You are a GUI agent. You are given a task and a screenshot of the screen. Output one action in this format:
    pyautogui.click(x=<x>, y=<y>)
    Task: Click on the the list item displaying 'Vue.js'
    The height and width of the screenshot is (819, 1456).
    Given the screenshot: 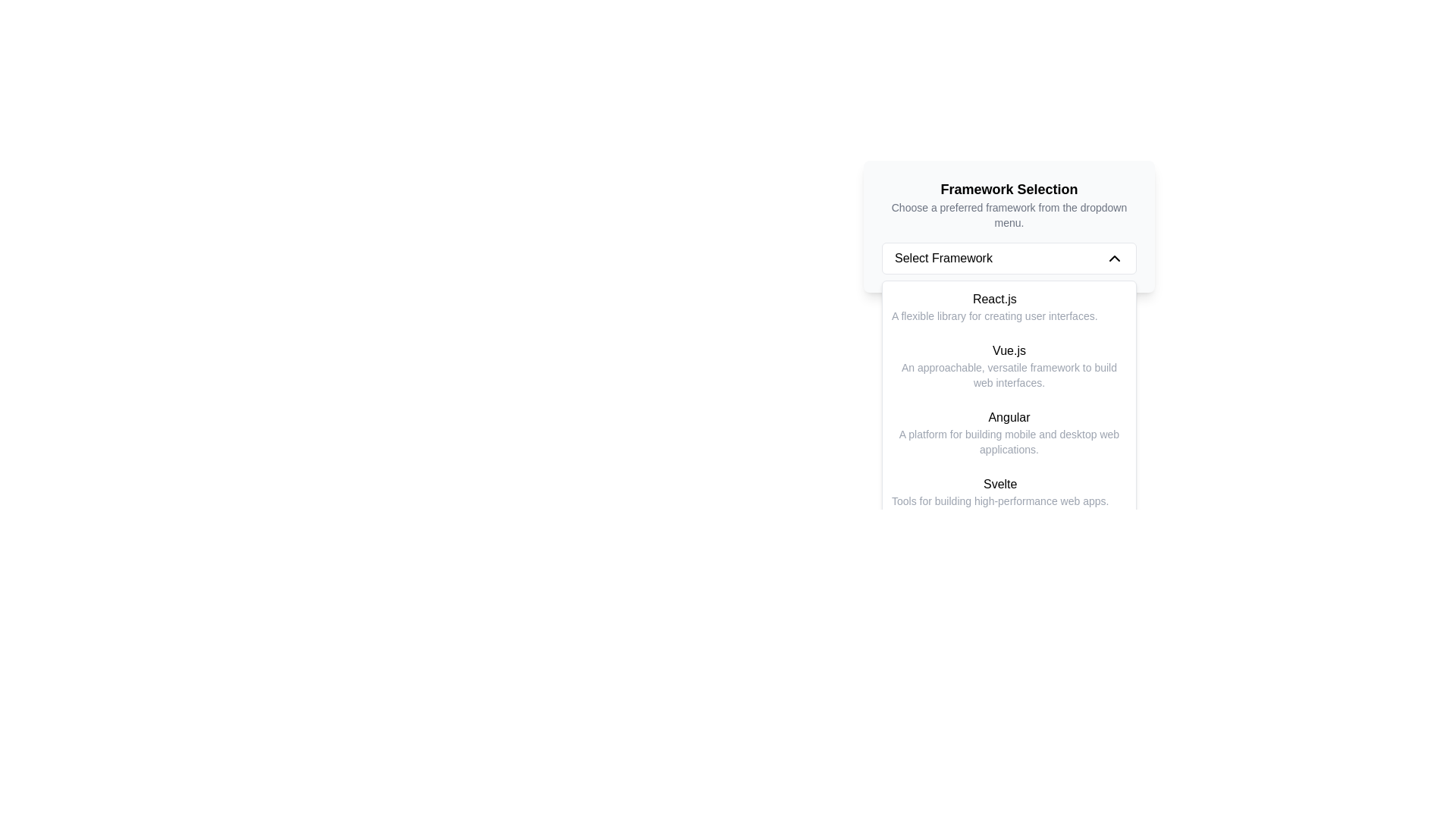 What is the action you would take?
    pyautogui.click(x=1009, y=366)
    